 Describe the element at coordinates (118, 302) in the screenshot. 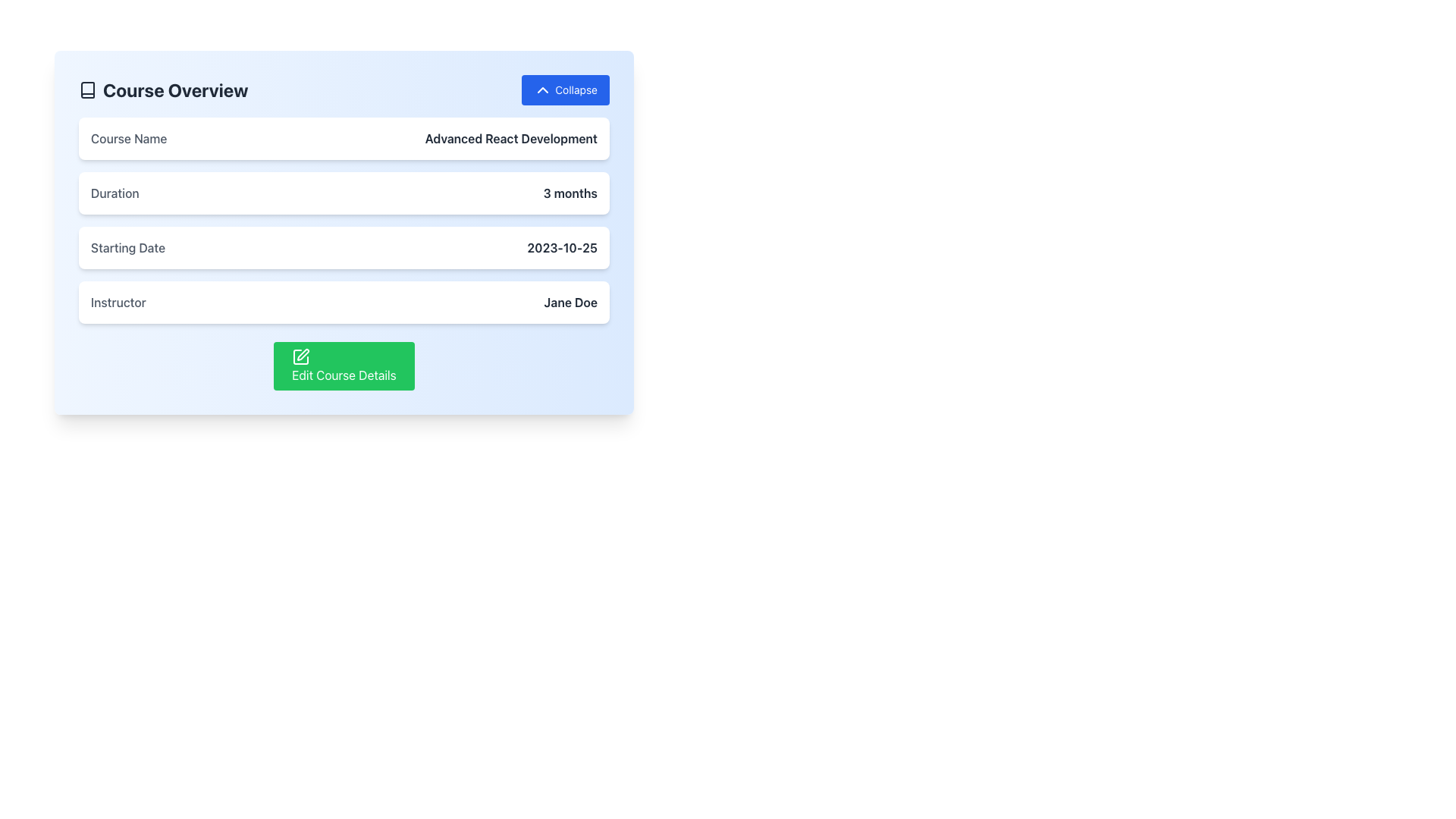

I see `the static text label 'Instructor' located at the bottom left of the 'Course Overview' card, indicating the instructor of the course` at that location.